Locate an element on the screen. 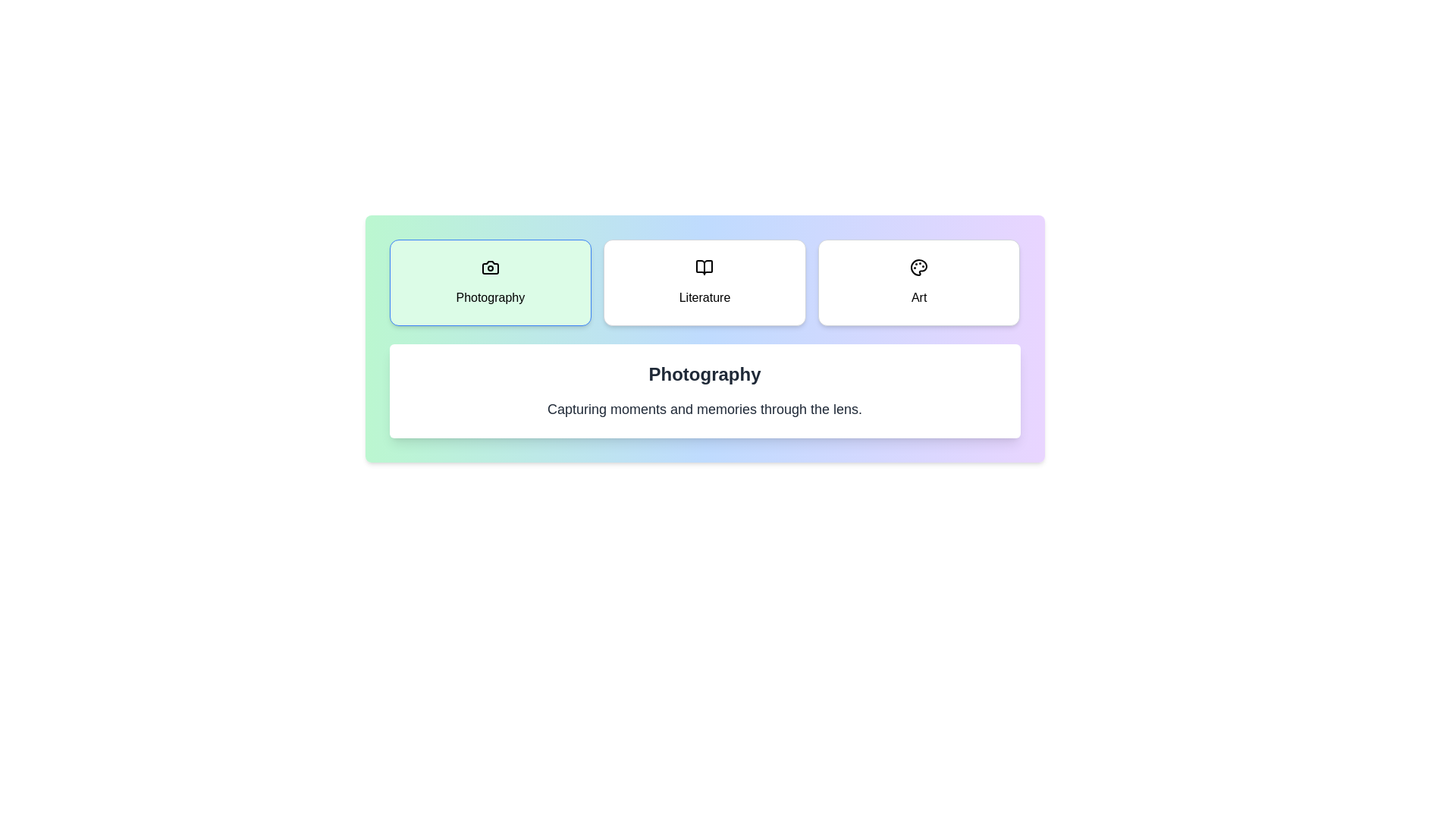  the Art category icon located at the upper center of the Art card, which is the rightmost card in a row of three cards (Photography, Literature, Art) is located at coordinates (918, 267).